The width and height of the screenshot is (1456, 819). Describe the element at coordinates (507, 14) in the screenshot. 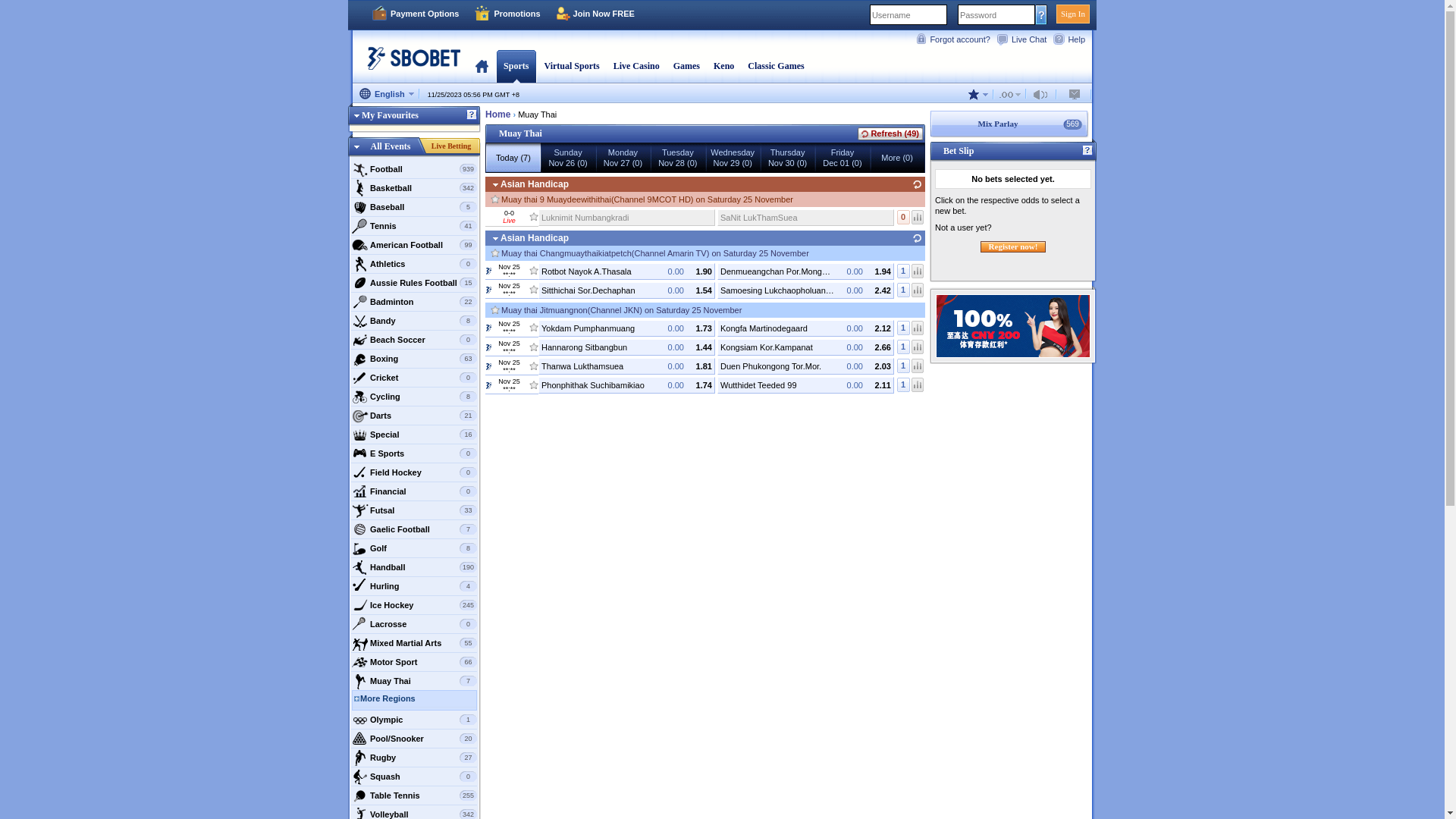

I see `'Promotions'` at that location.